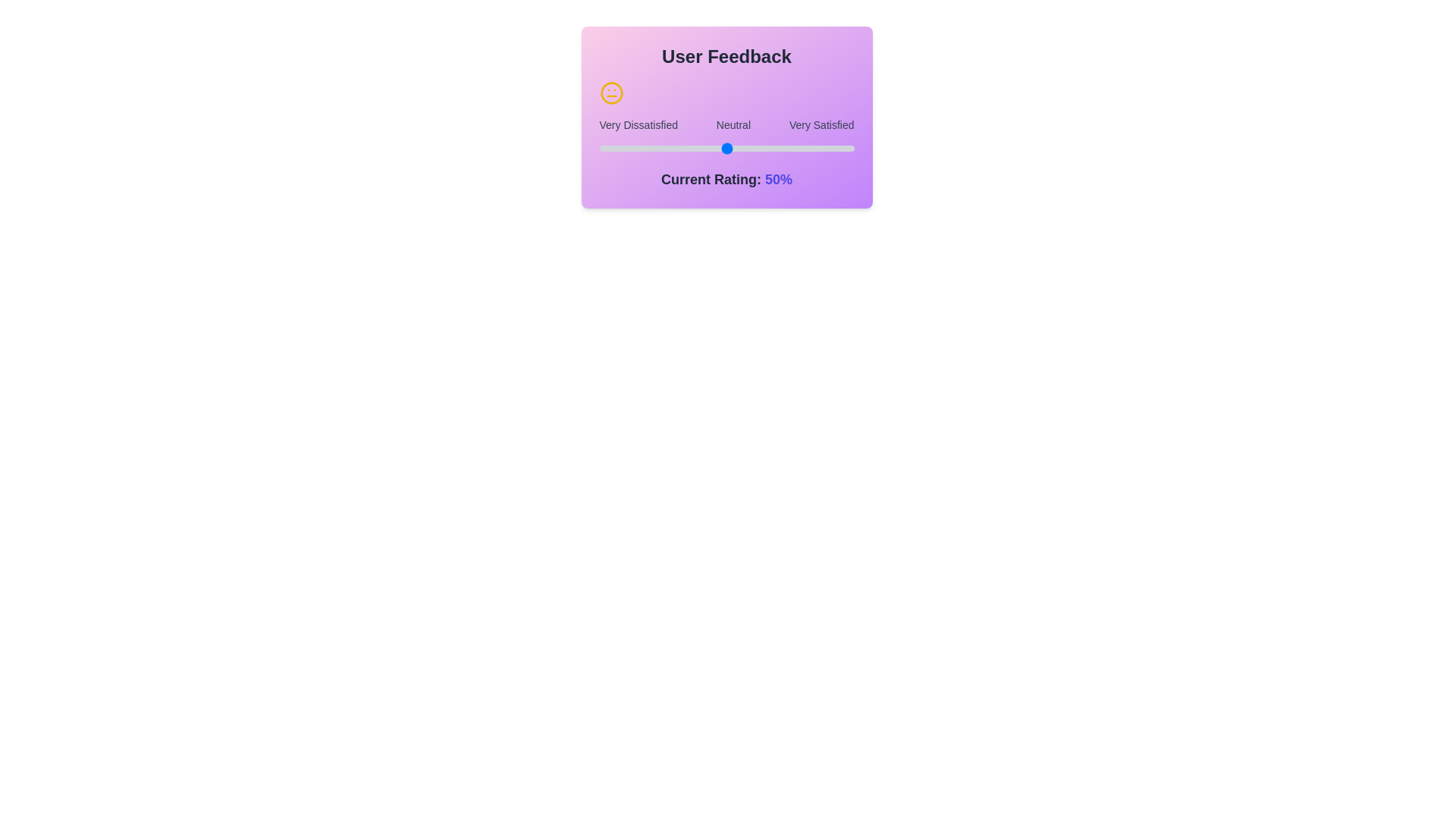  Describe the element at coordinates (604, 149) in the screenshot. I see `the slider to set the rating to 2%` at that location.